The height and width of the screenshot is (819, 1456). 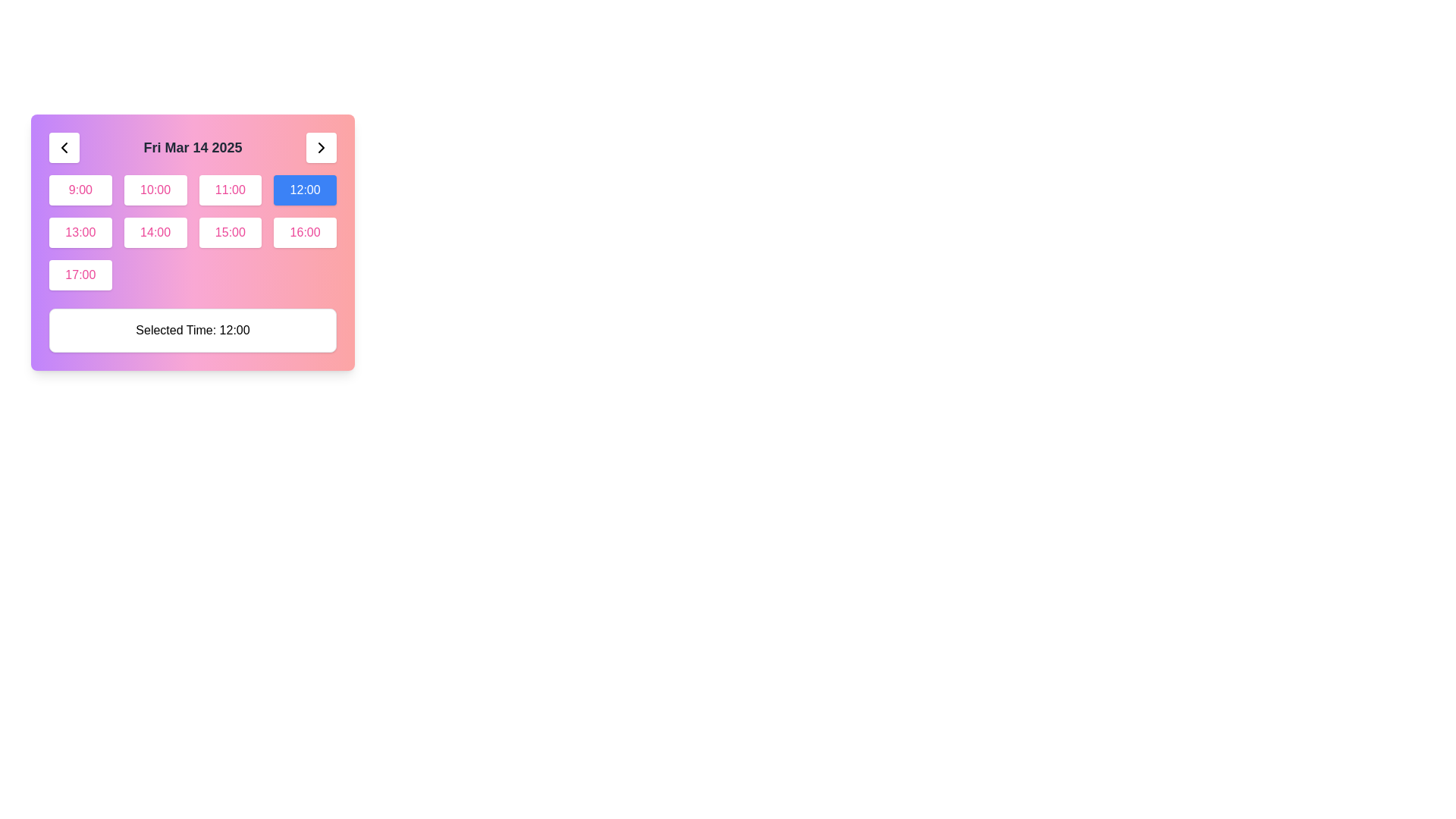 I want to click on the chevron arrow in the top-right corner of the interface, so click(x=320, y=148).